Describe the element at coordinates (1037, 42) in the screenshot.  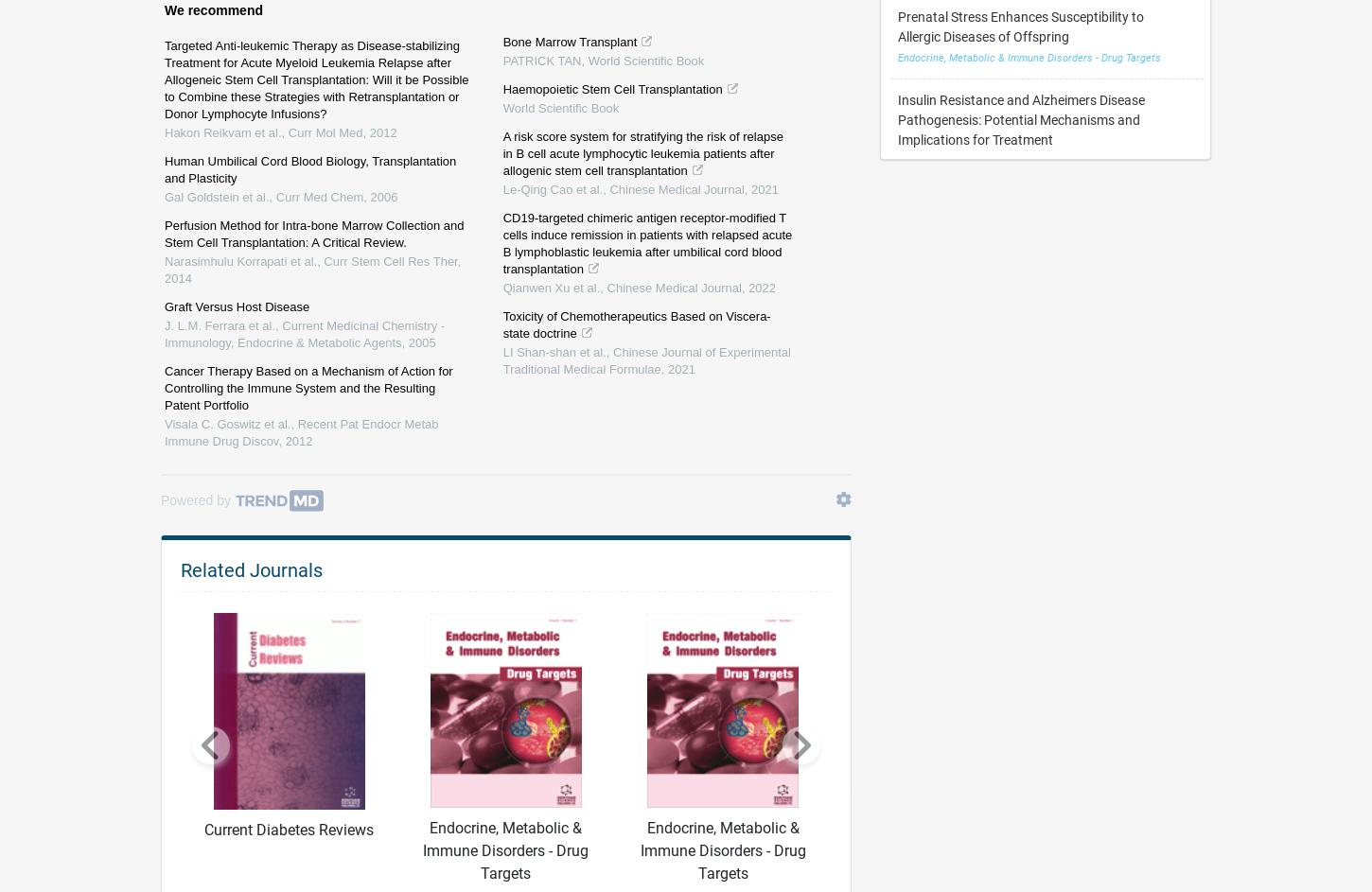
I see `'Cigarette Smoking is Associated with Decreased Bone Gla-protein (BGP) Levels in Hemodialysis Patients'` at that location.